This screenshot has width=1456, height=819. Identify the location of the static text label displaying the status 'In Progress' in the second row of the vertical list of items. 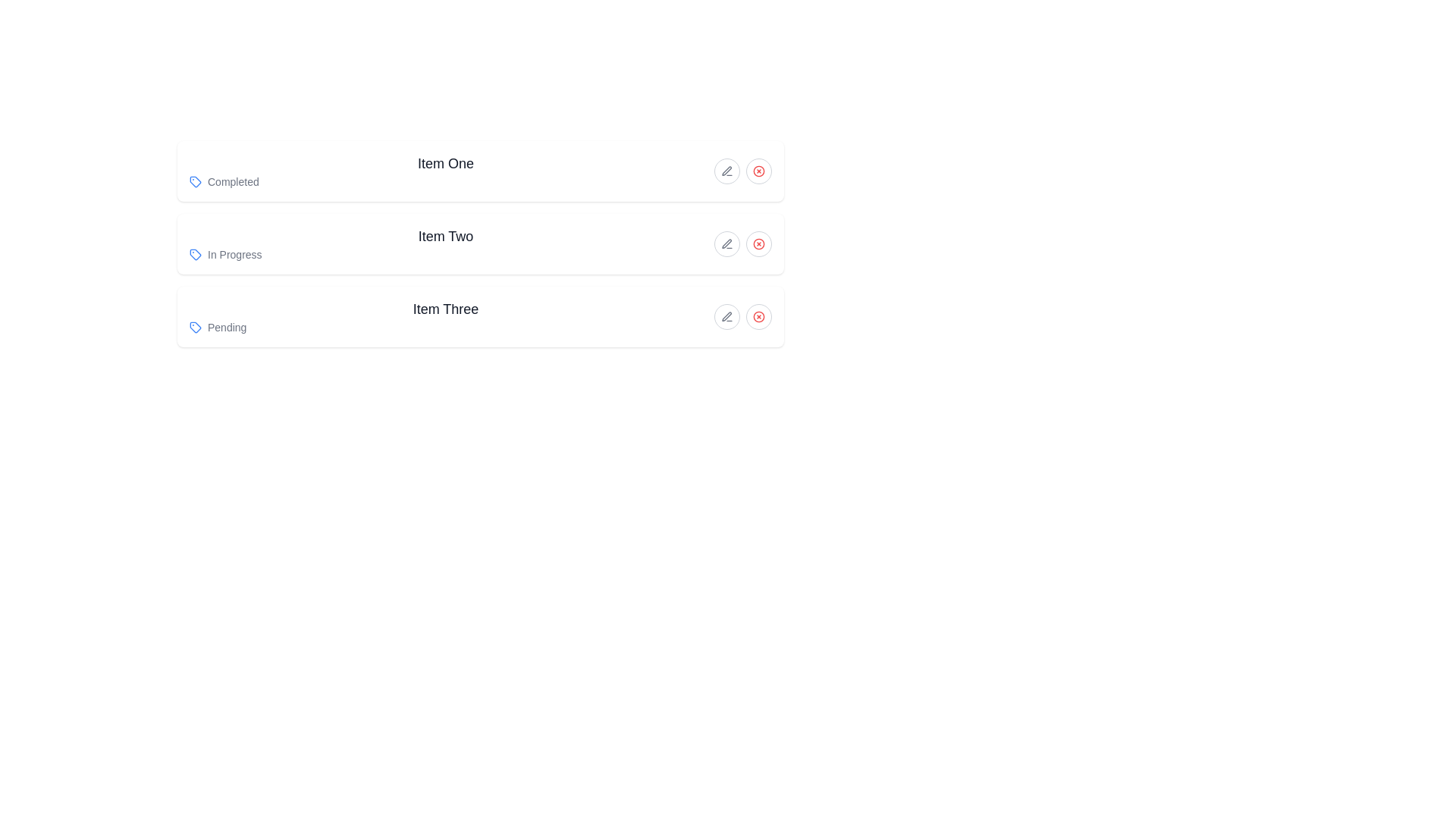
(234, 253).